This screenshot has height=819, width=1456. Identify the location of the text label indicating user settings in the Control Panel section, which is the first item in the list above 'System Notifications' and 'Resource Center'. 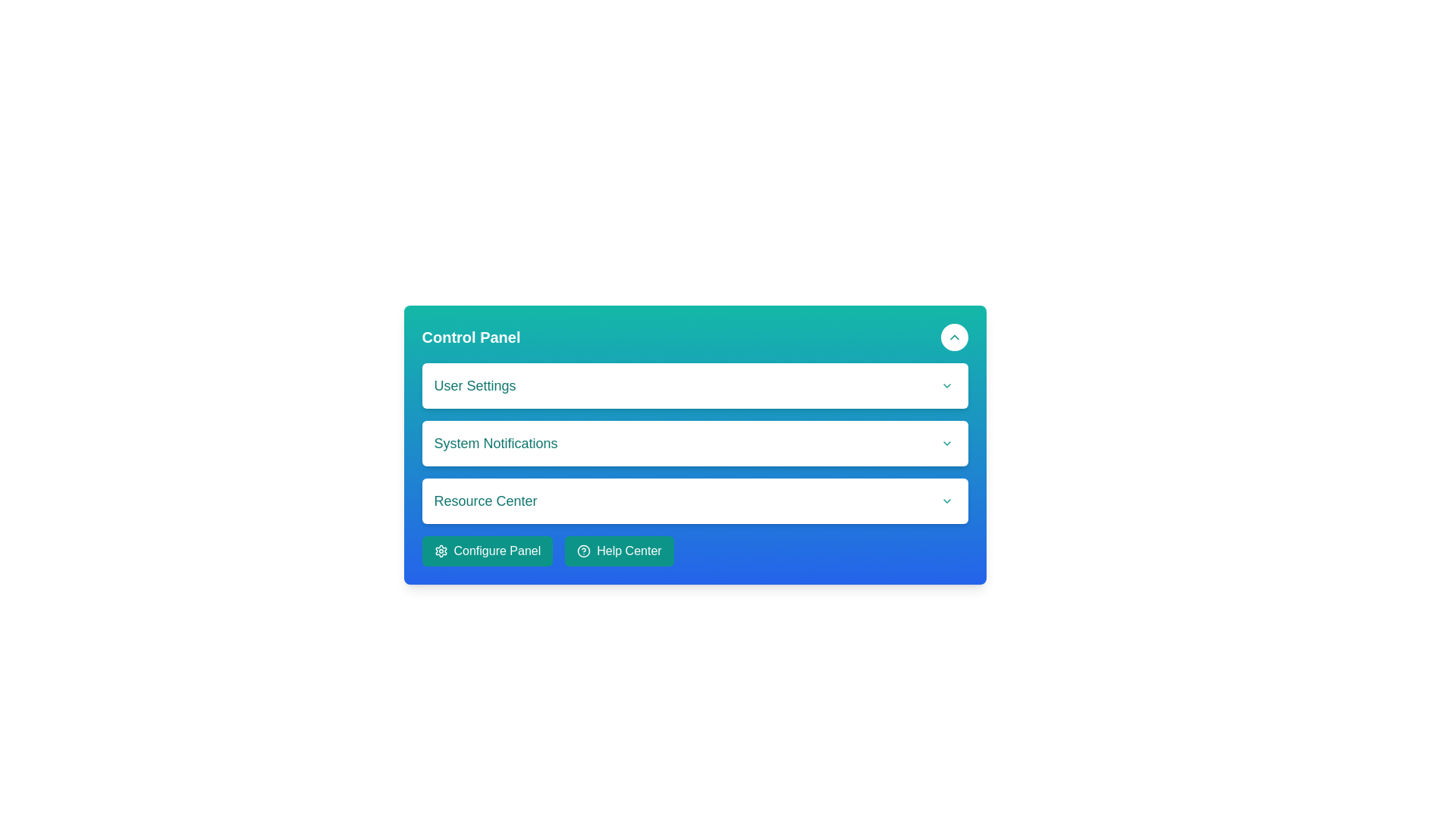
(474, 385).